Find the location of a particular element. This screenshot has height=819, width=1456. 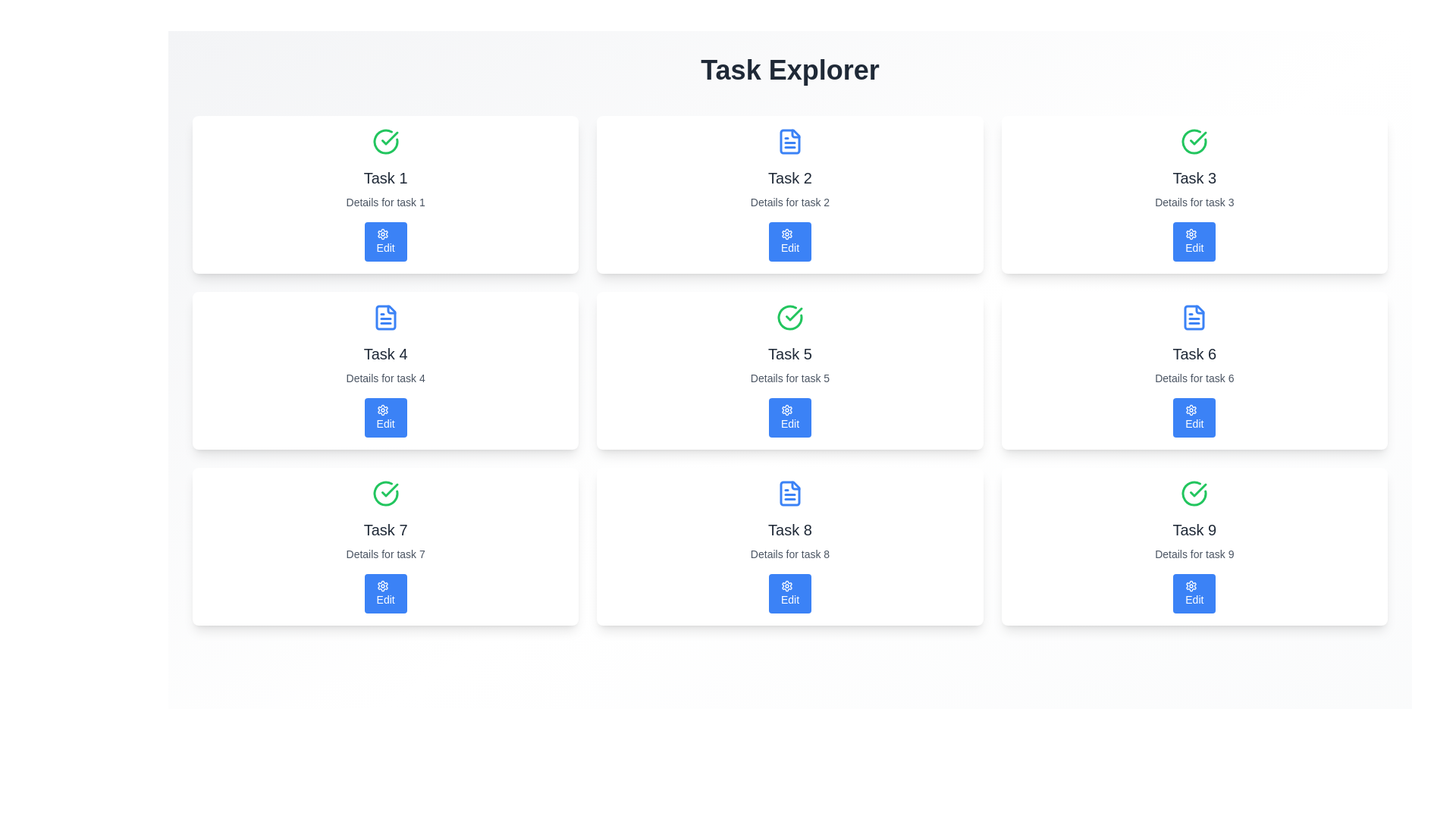

the blue document icon with a white background, located at the top-center of the card for 'Task 2', directly above the task title is located at coordinates (789, 141).